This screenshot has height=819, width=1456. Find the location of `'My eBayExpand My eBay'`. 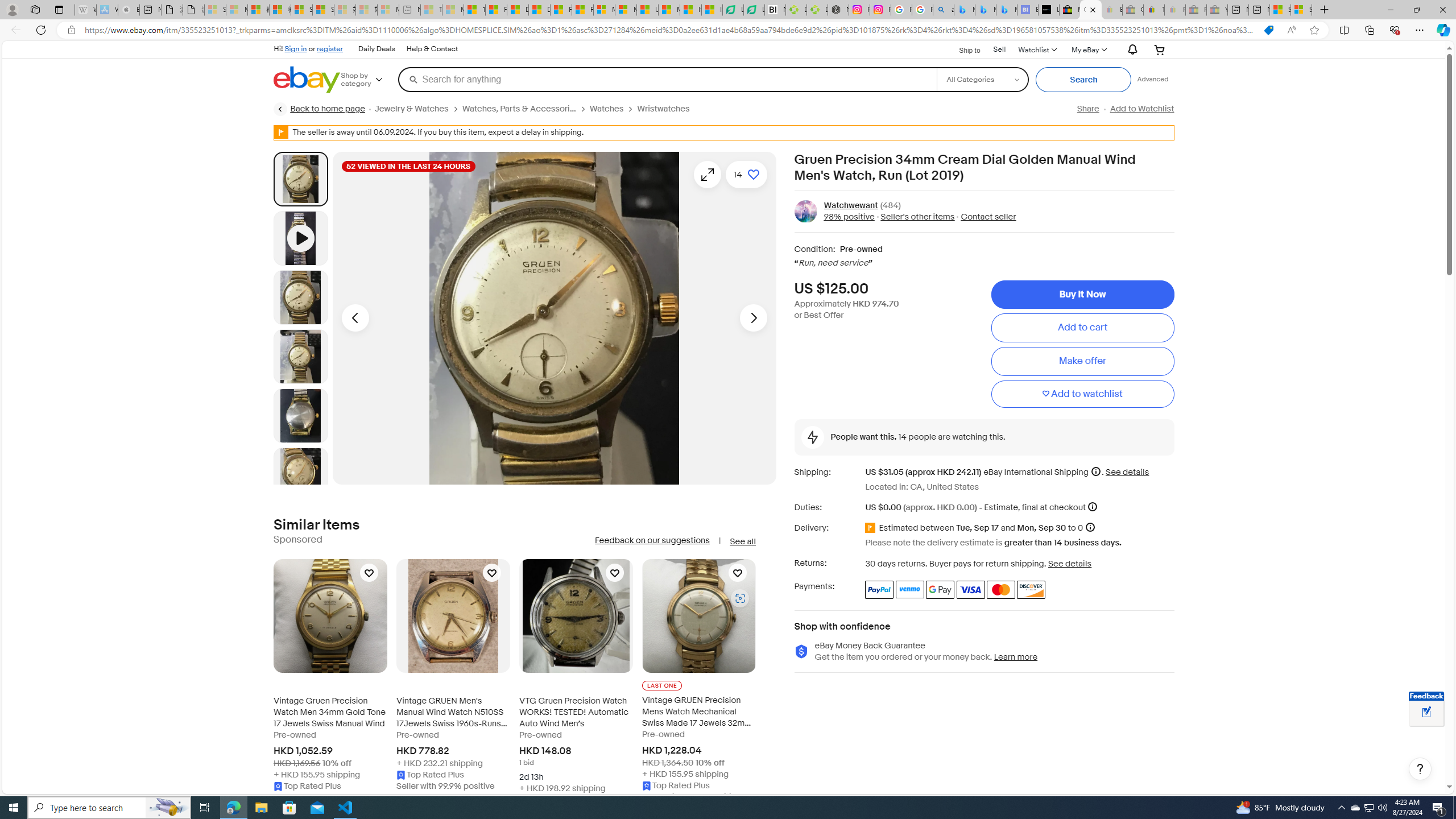

'My eBayExpand My eBay' is located at coordinates (1087, 49).